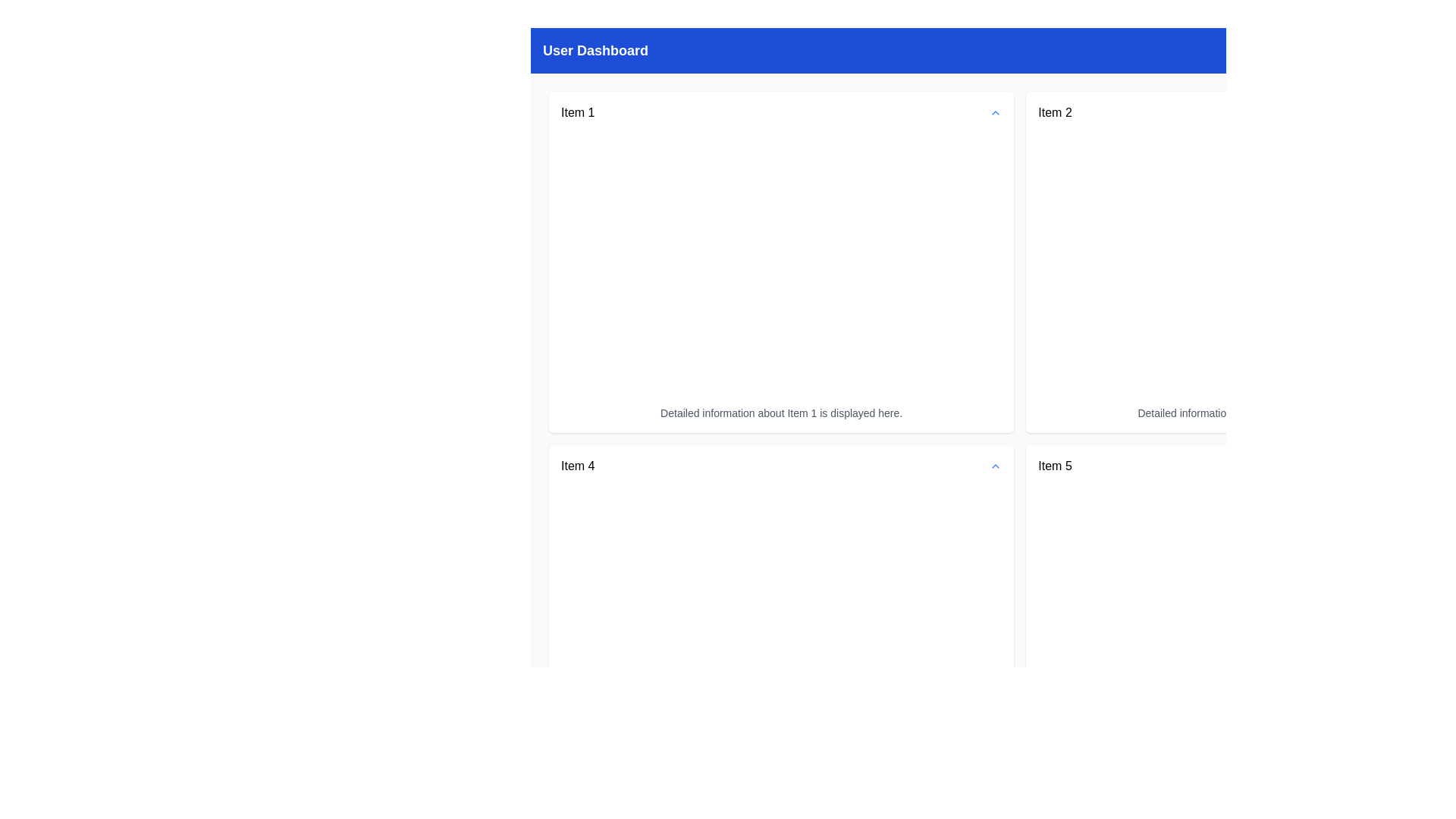 This screenshot has height=819, width=1456. What do you see at coordinates (1054, 112) in the screenshot?
I see `the text label 'Item 2', which is located in the upper-right quadrant of the interface and serves to identify content related to this item` at bounding box center [1054, 112].